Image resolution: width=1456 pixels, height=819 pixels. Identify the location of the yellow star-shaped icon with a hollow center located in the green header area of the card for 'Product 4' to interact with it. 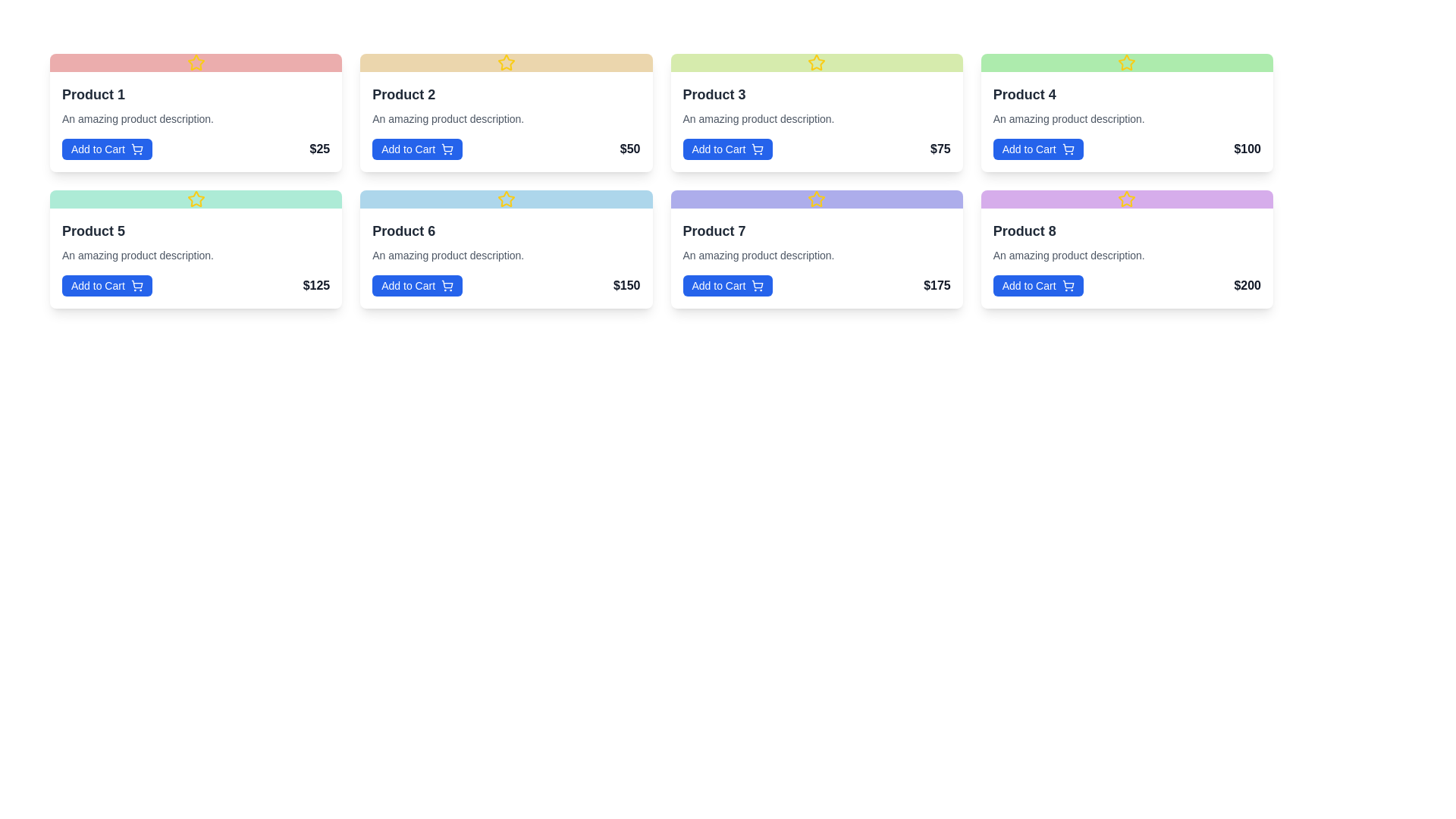
(1127, 62).